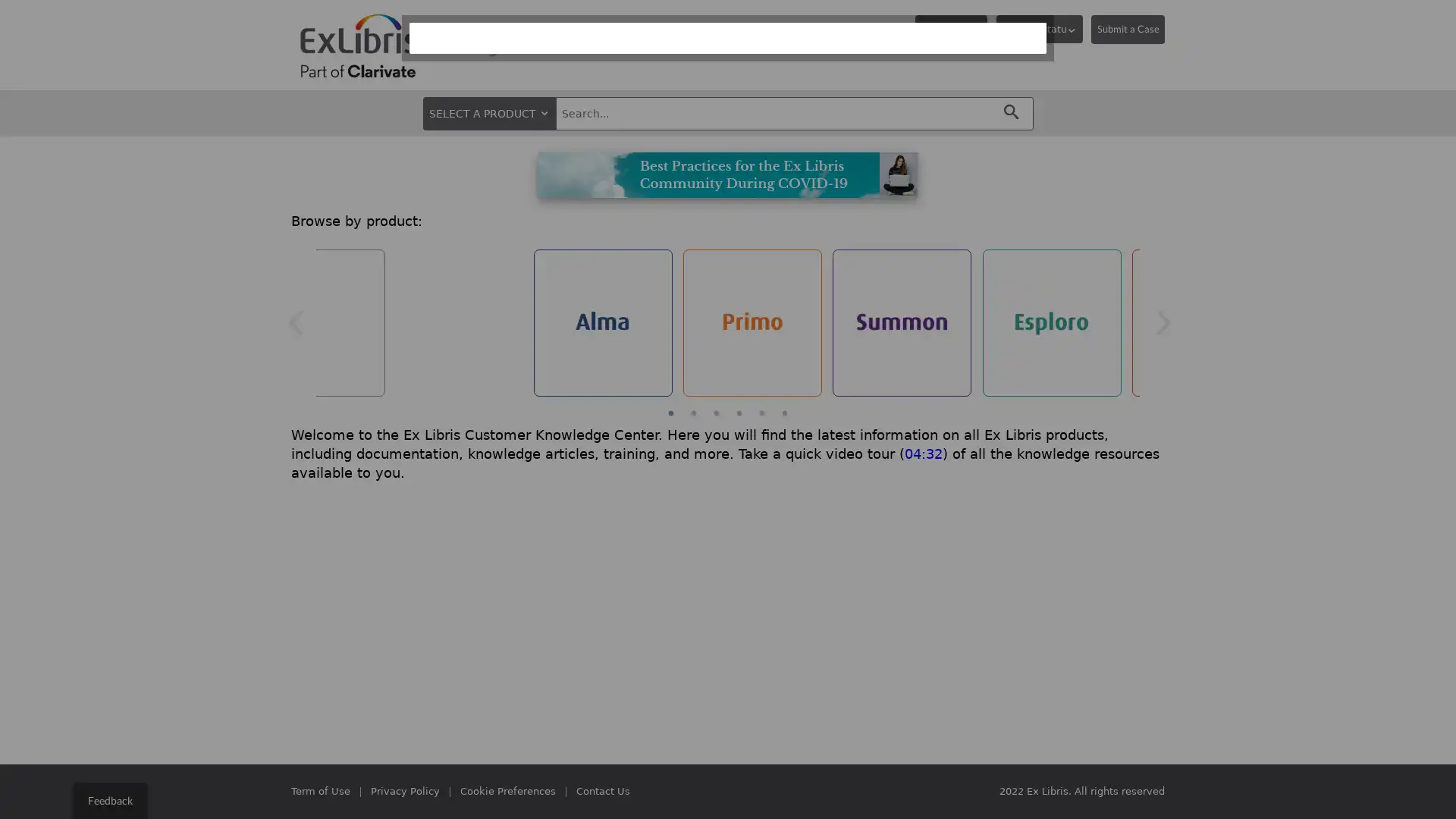  What do you see at coordinates (716, 413) in the screenshot?
I see `3` at bounding box center [716, 413].